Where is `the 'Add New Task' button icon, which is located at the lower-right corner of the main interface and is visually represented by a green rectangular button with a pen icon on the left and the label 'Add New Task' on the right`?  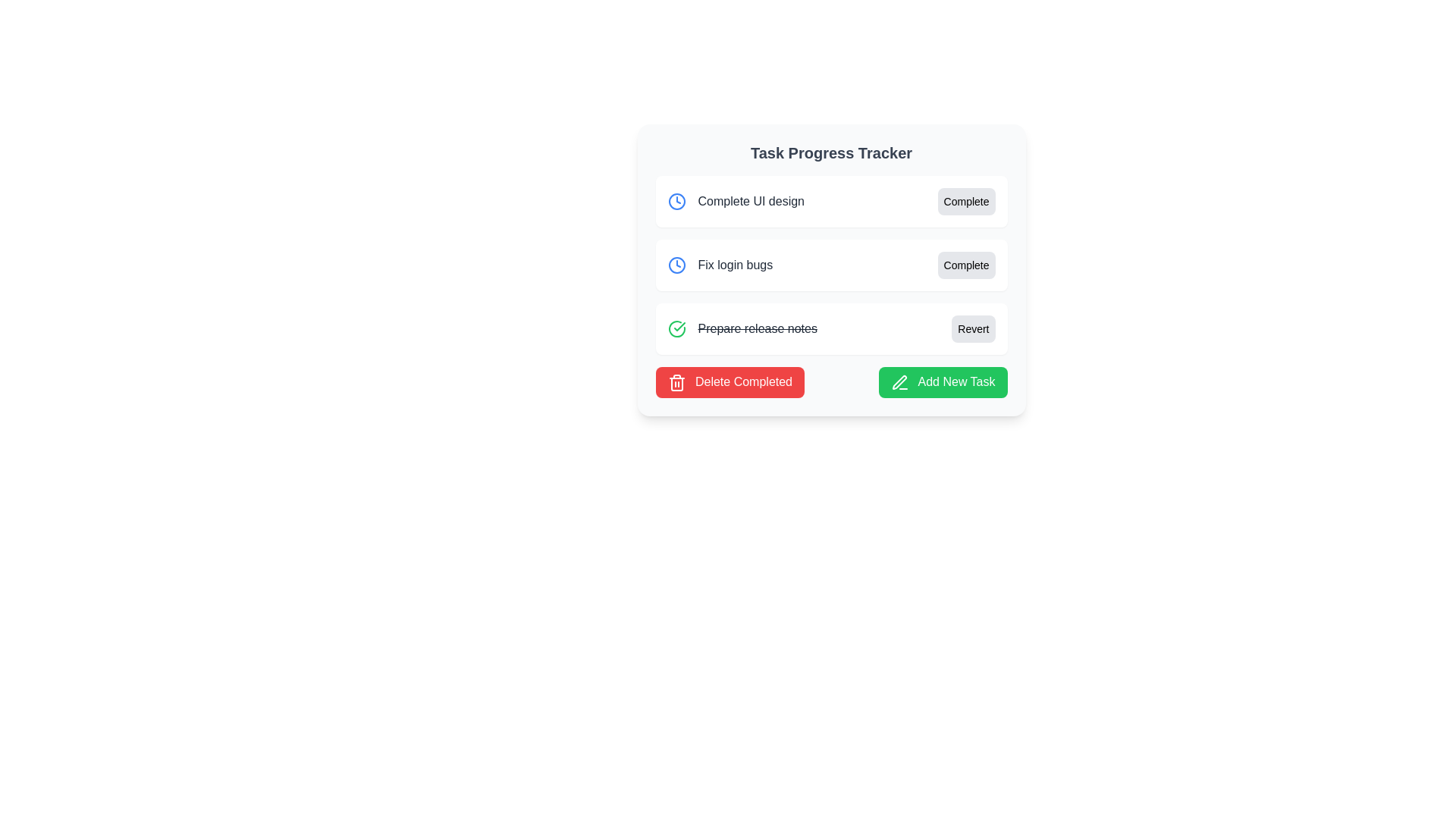 the 'Add New Task' button icon, which is located at the lower-right corner of the main interface and is visually represented by a green rectangular button with a pen icon on the left and the label 'Add New Task' on the right is located at coordinates (899, 381).